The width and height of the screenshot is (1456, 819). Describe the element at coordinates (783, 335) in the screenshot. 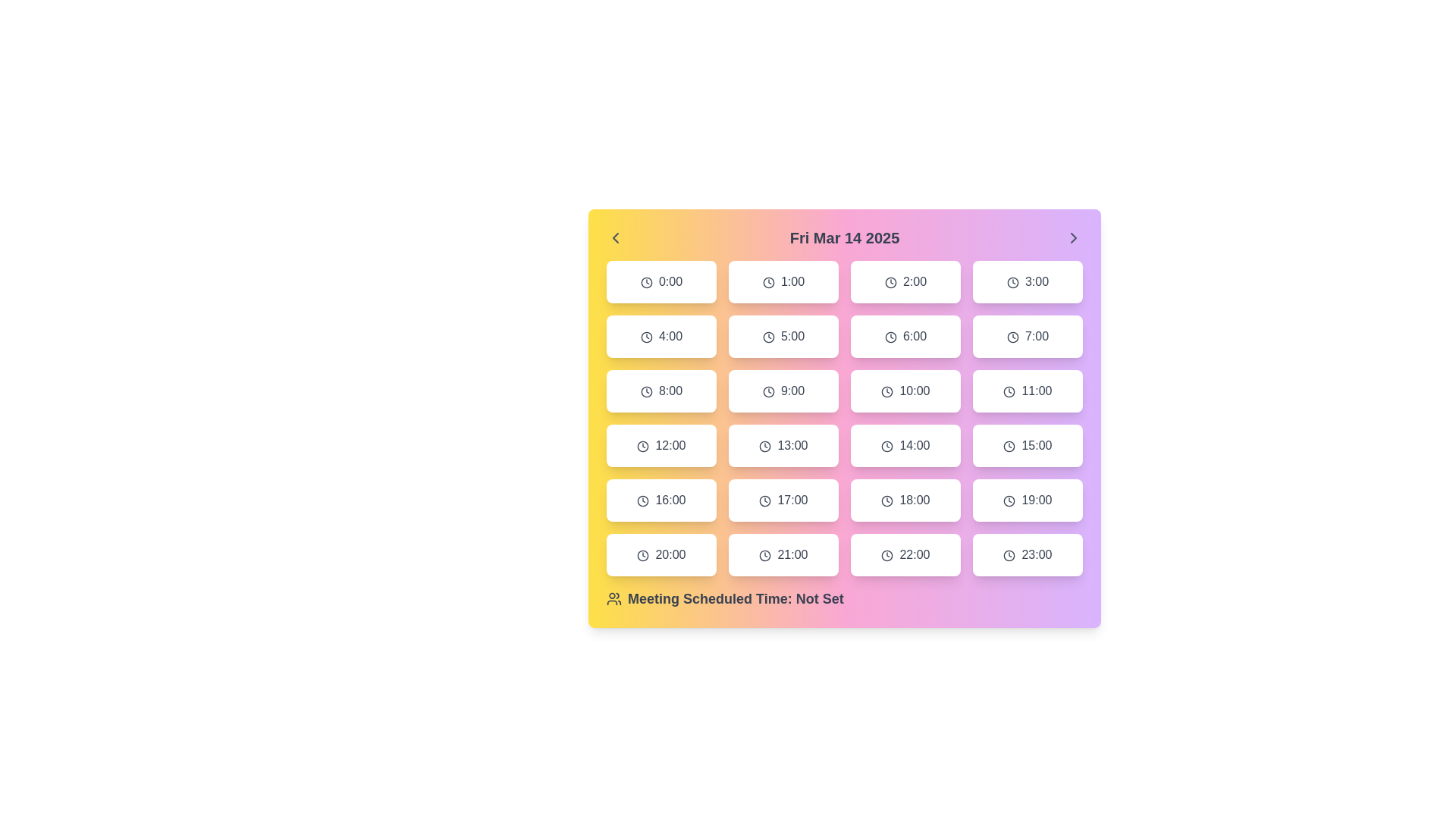

I see `the rectangular button labeled '5:00' with a clock icon on the left` at that location.